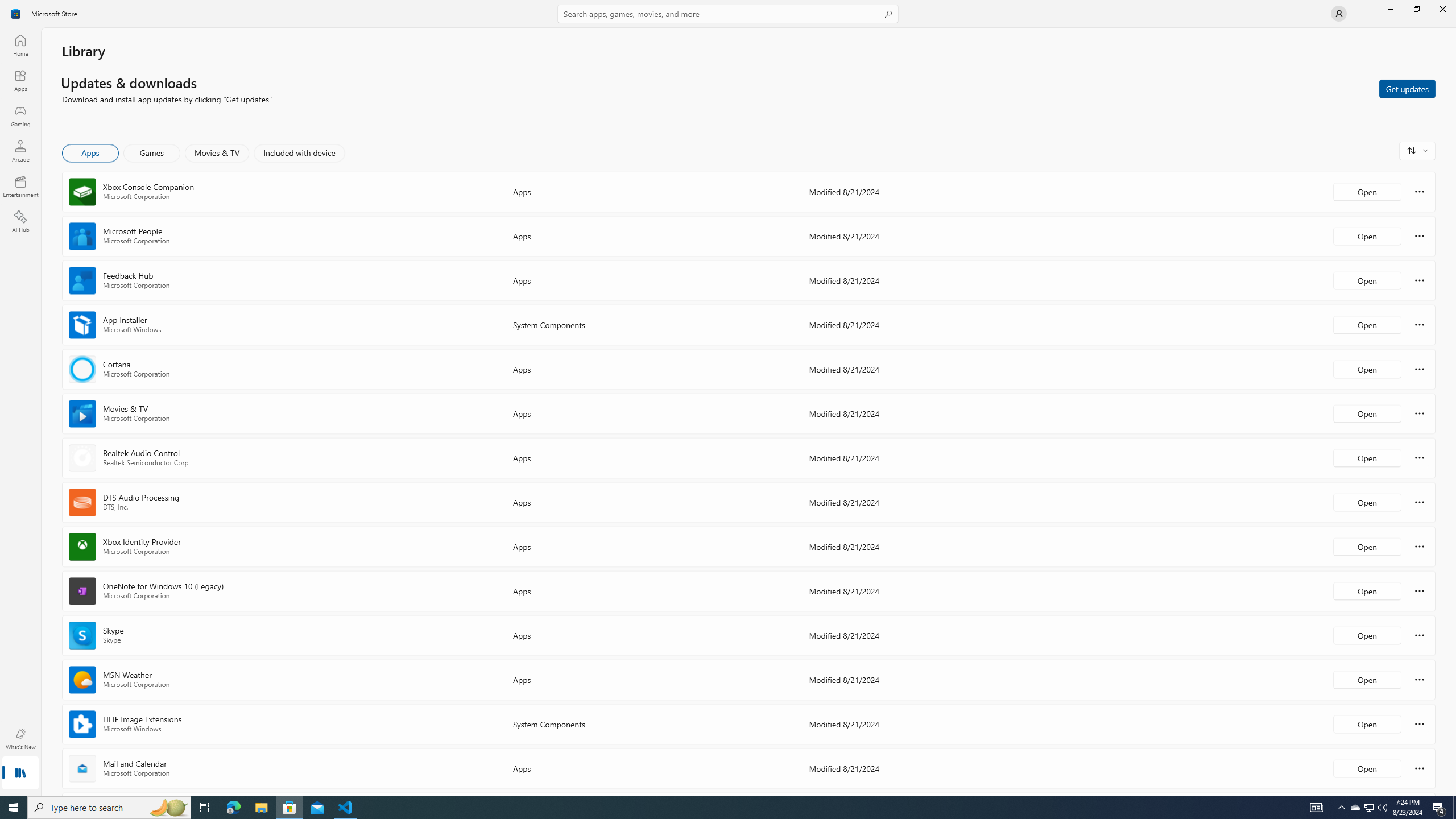 The height and width of the screenshot is (819, 1456). Describe the element at coordinates (1419, 767) in the screenshot. I see `'More options'` at that location.